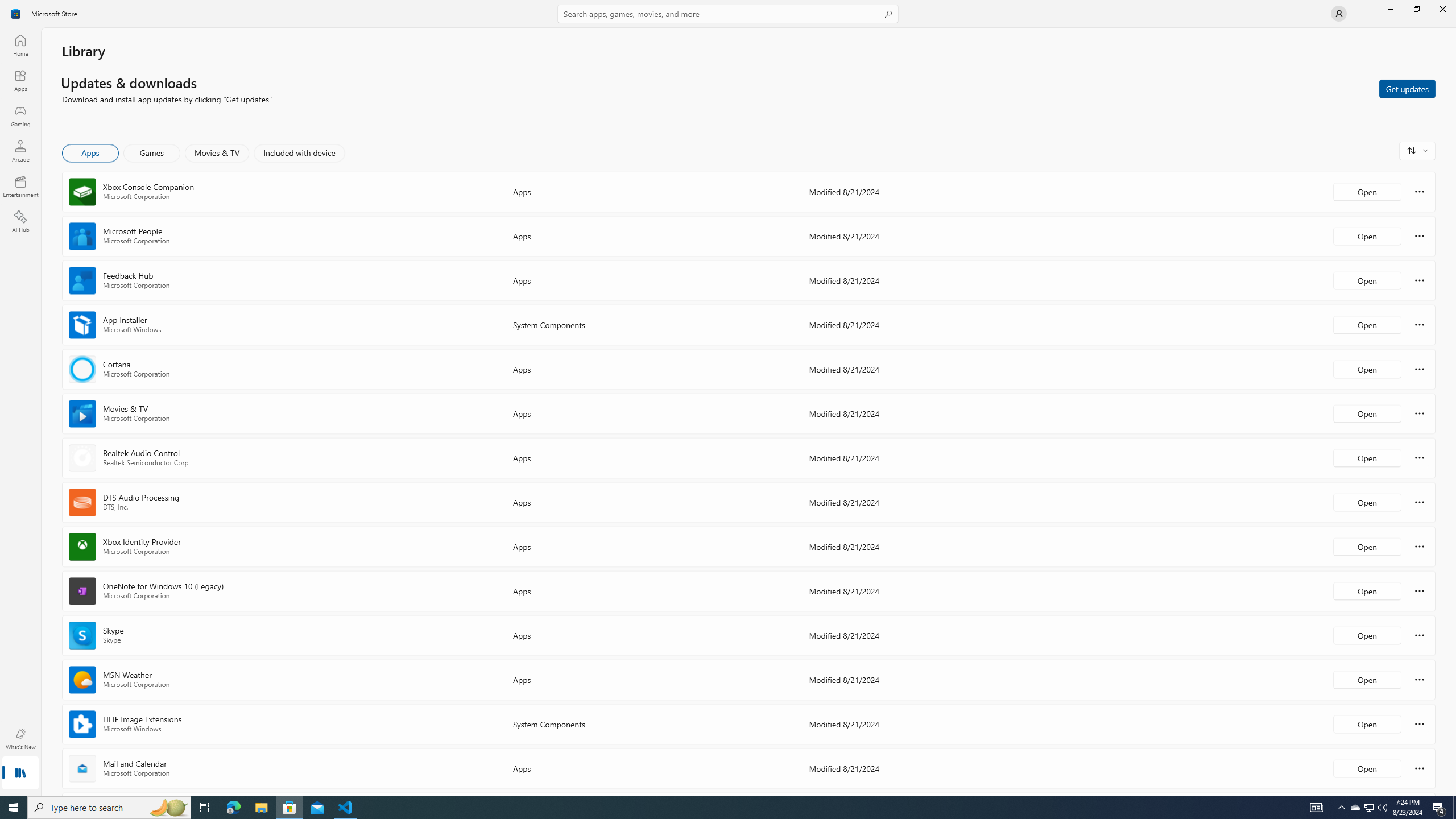 The height and width of the screenshot is (819, 1456). Describe the element at coordinates (1419, 767) in the screenshot. I see `'More options'` at that location.